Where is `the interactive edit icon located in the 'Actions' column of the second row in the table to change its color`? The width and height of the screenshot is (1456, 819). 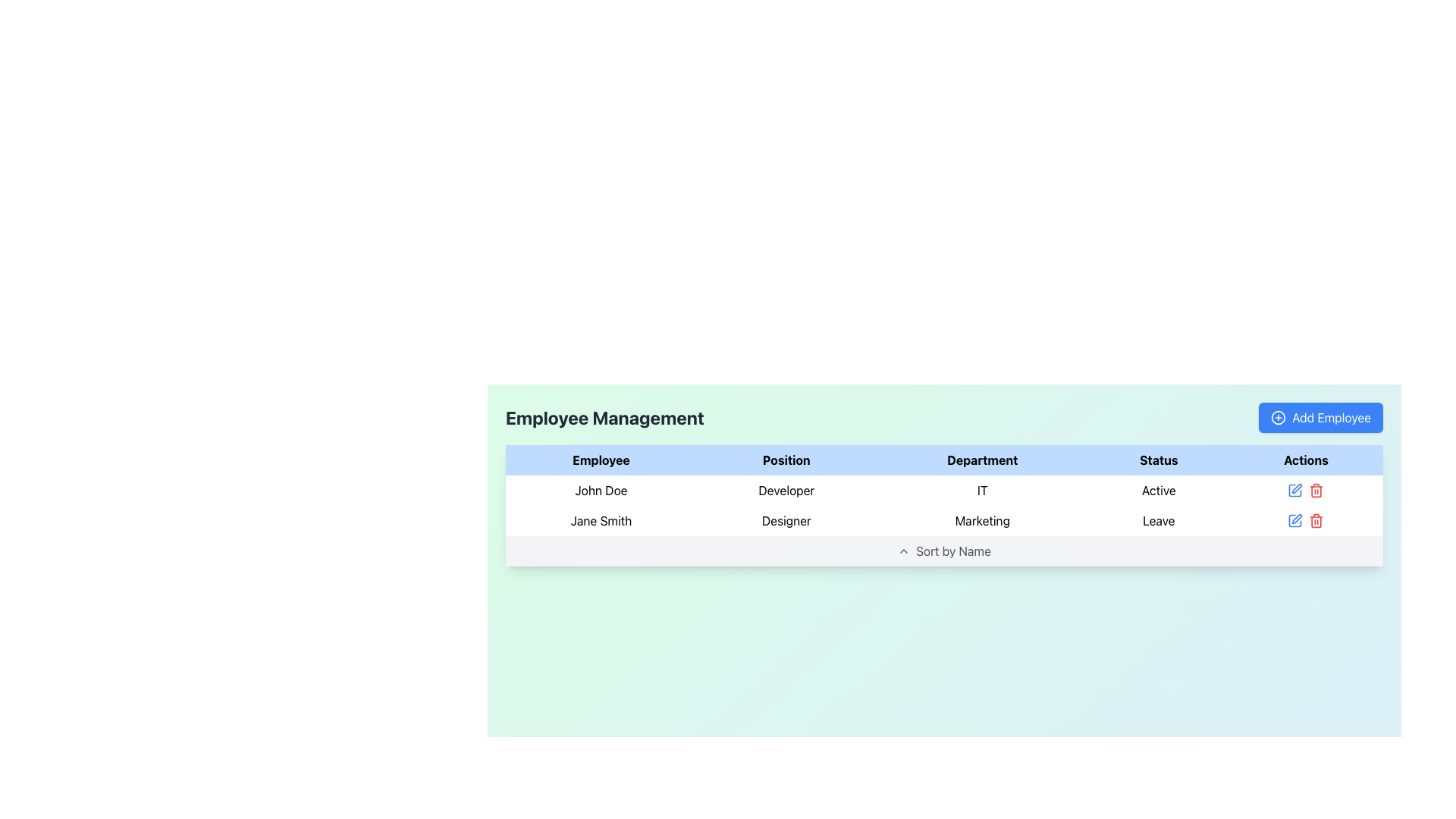 the interactive edit icon located in the 'Actions' column of the second row in the table to change its color is located at coordinates (1294, 519).